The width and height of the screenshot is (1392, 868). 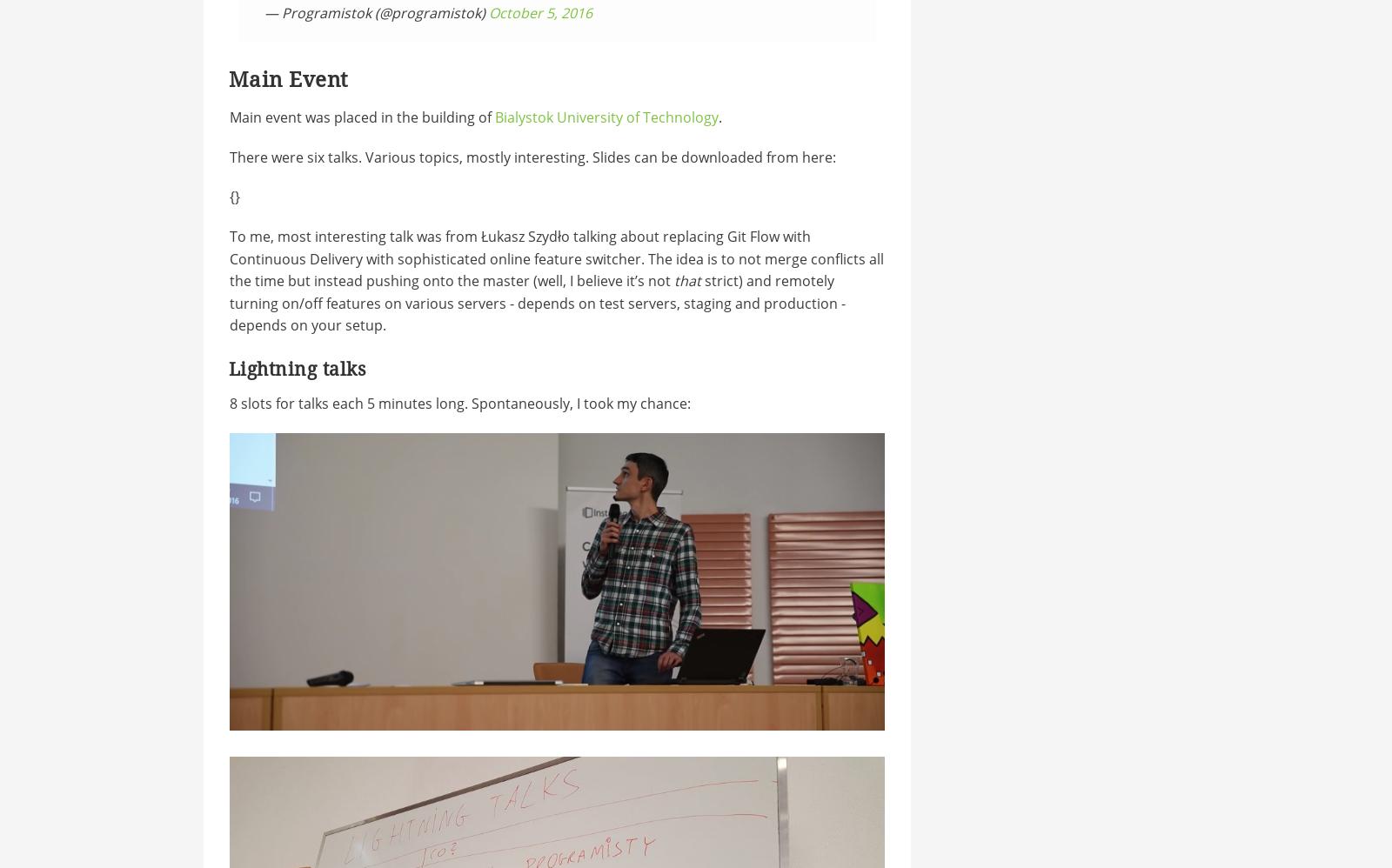 I want to click on '{', so click(x=229, y=197).